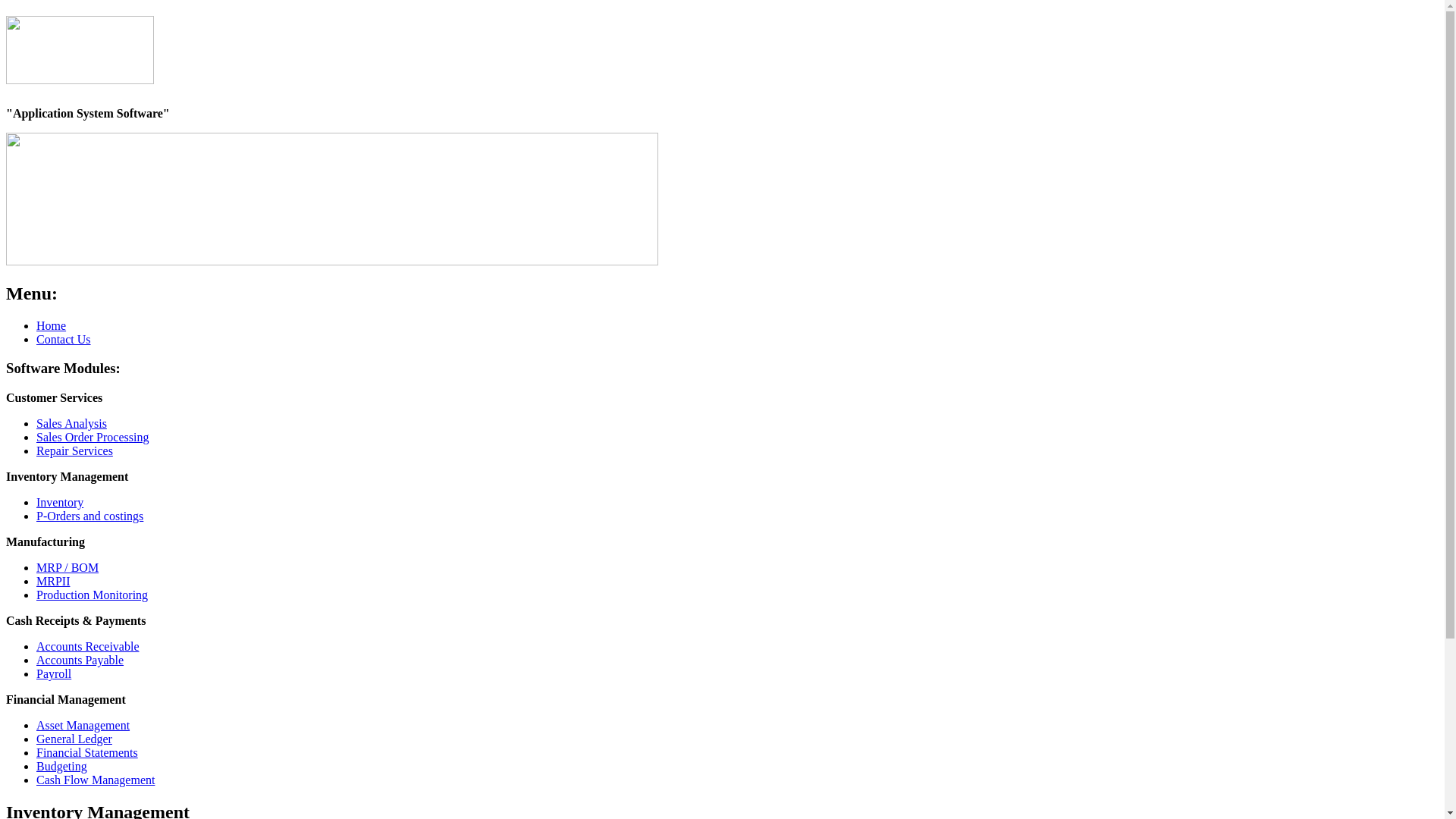 The height and width of the screenshot is (819, 1456). What do you see at coordinates (51, 325) in the screenshot?
I see `'Home'` at bounding box center [51, 325].